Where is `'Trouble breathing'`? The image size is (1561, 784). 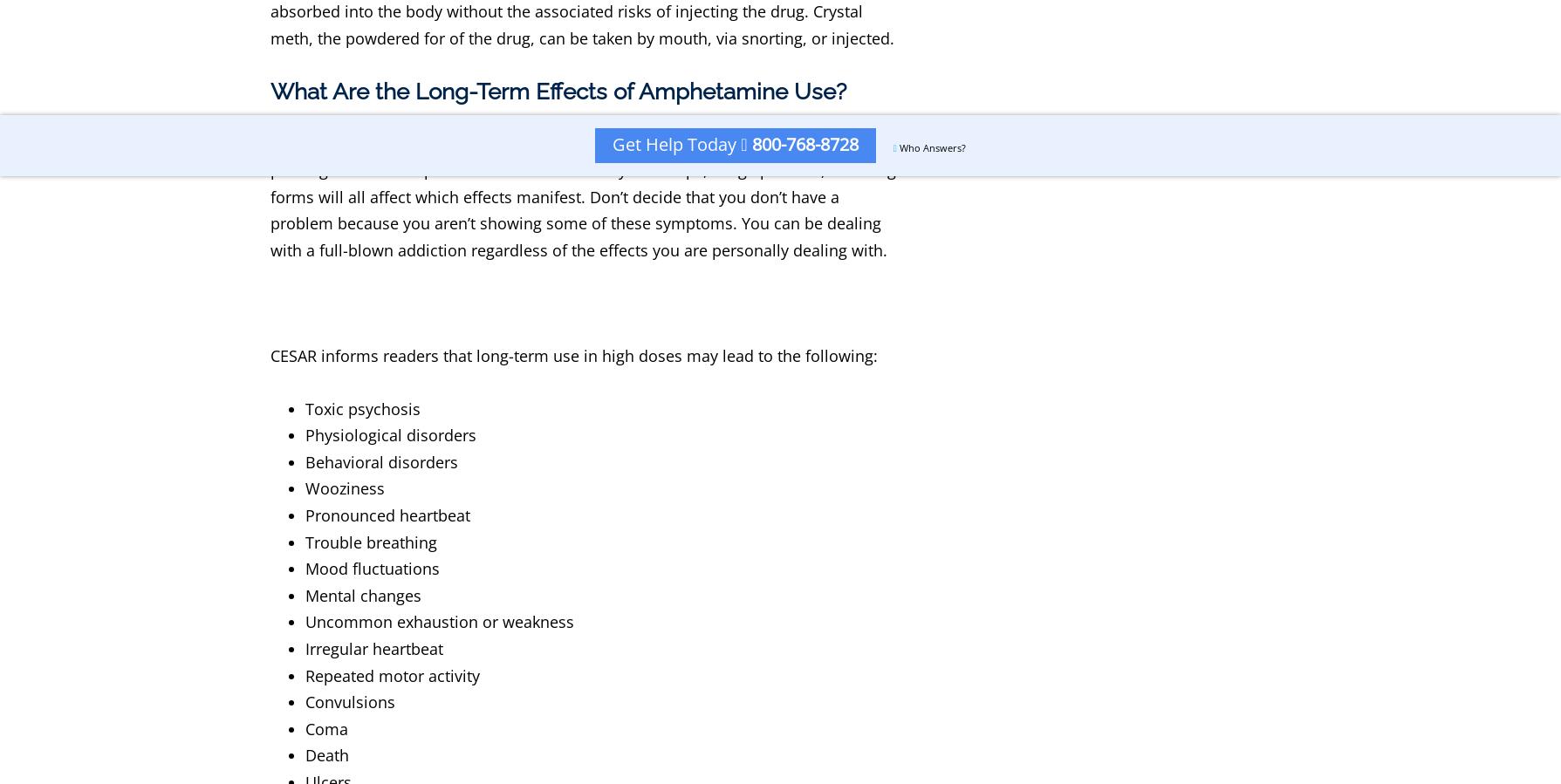 'Trouble breathing' is located at coordinates (304, 541).